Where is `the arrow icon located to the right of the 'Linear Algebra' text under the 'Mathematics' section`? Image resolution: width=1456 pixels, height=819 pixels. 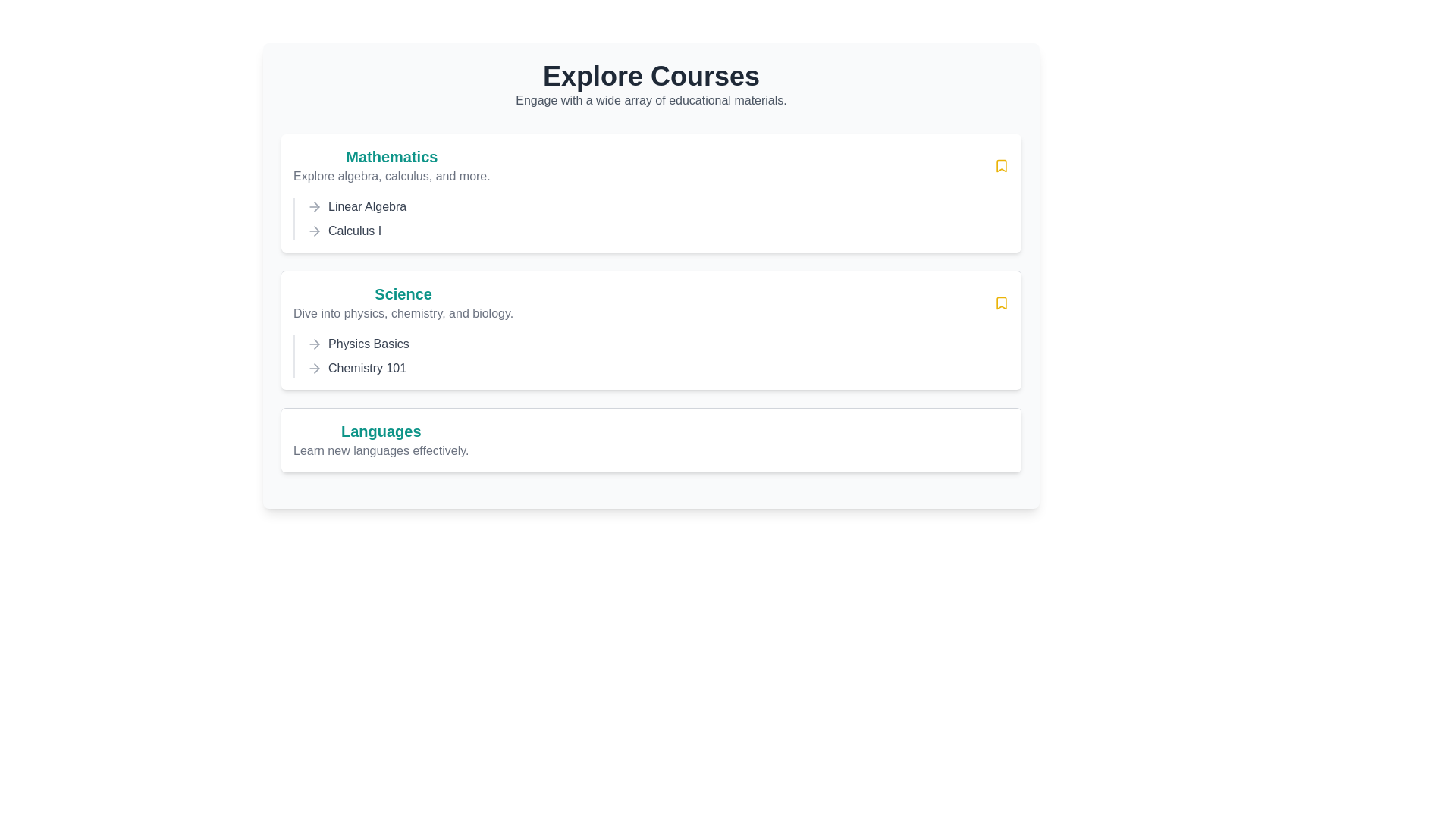
the arrow icon located to the right of the 'Linear Algebra' text under the 'Mathematics' section is located at coordinates (315, 207).